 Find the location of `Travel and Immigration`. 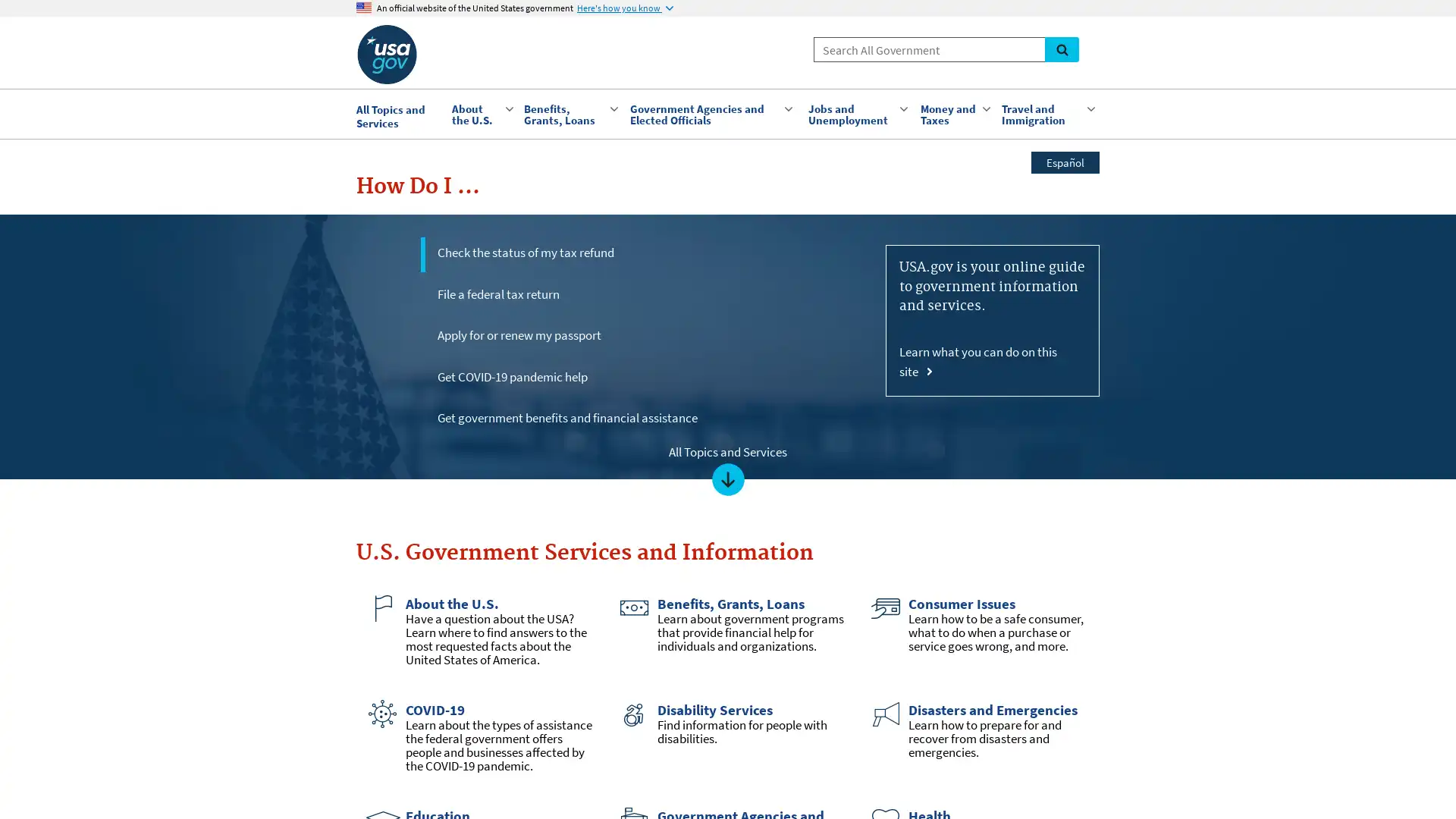

Travel and Immigration is located at coordinates (1046, 113).